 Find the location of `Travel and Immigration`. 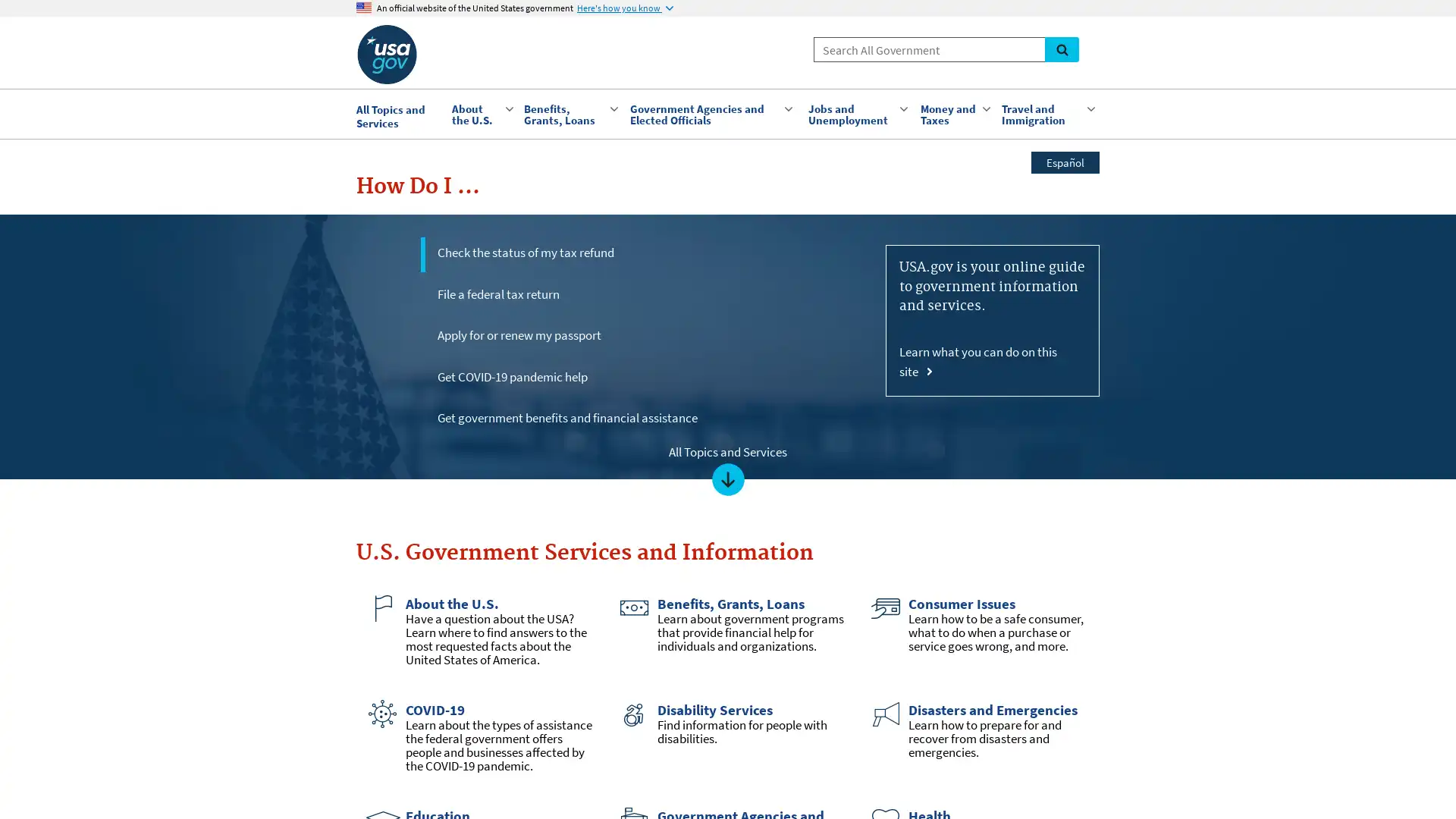

Travel and Immigration is located at coordinates (1046, 113).